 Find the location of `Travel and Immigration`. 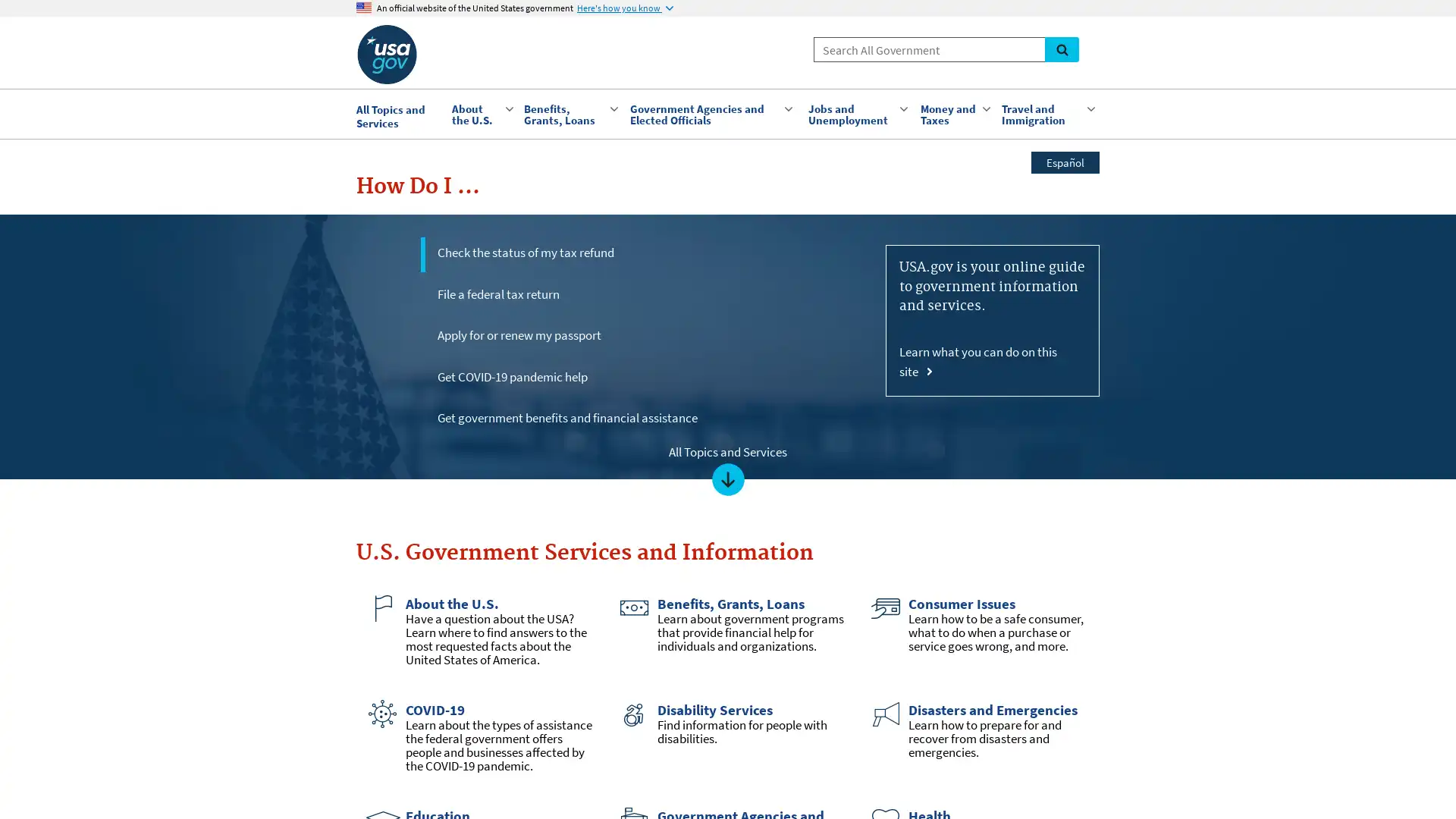

Travel and Immigration is located at coordinates (1046, 113).